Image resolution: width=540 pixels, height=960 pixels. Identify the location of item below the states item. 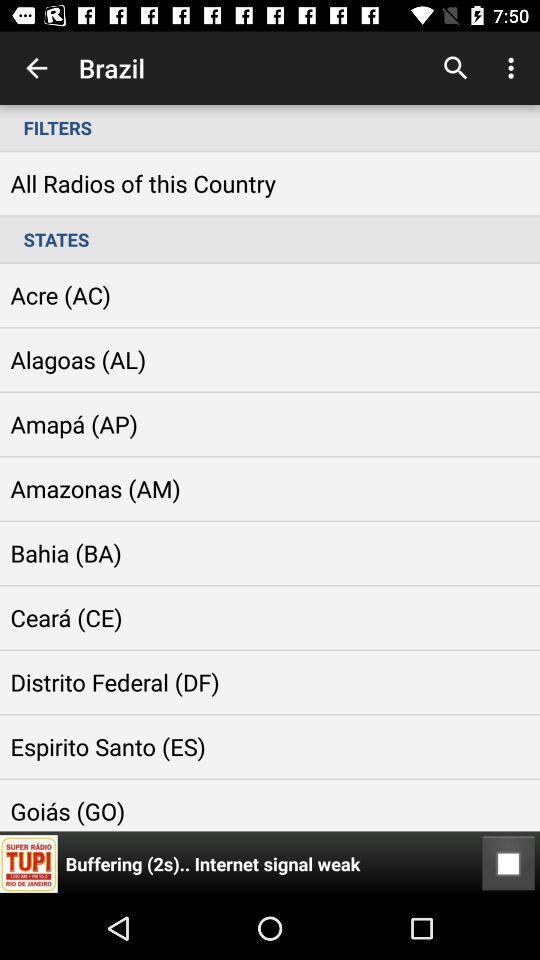
(508, 863).